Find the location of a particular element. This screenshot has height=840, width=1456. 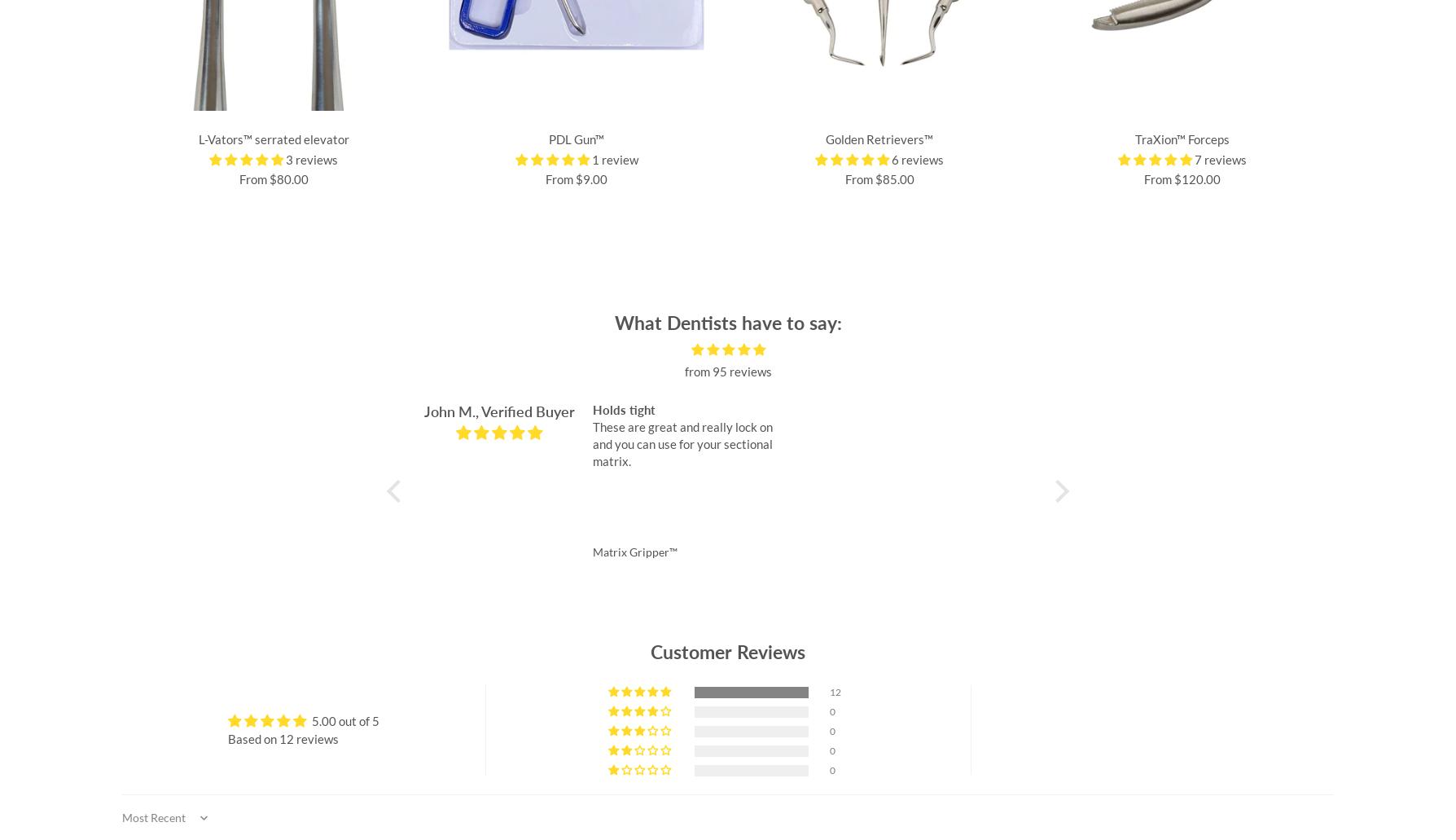

'From $120.00' is located at coordinates (1182, 179).